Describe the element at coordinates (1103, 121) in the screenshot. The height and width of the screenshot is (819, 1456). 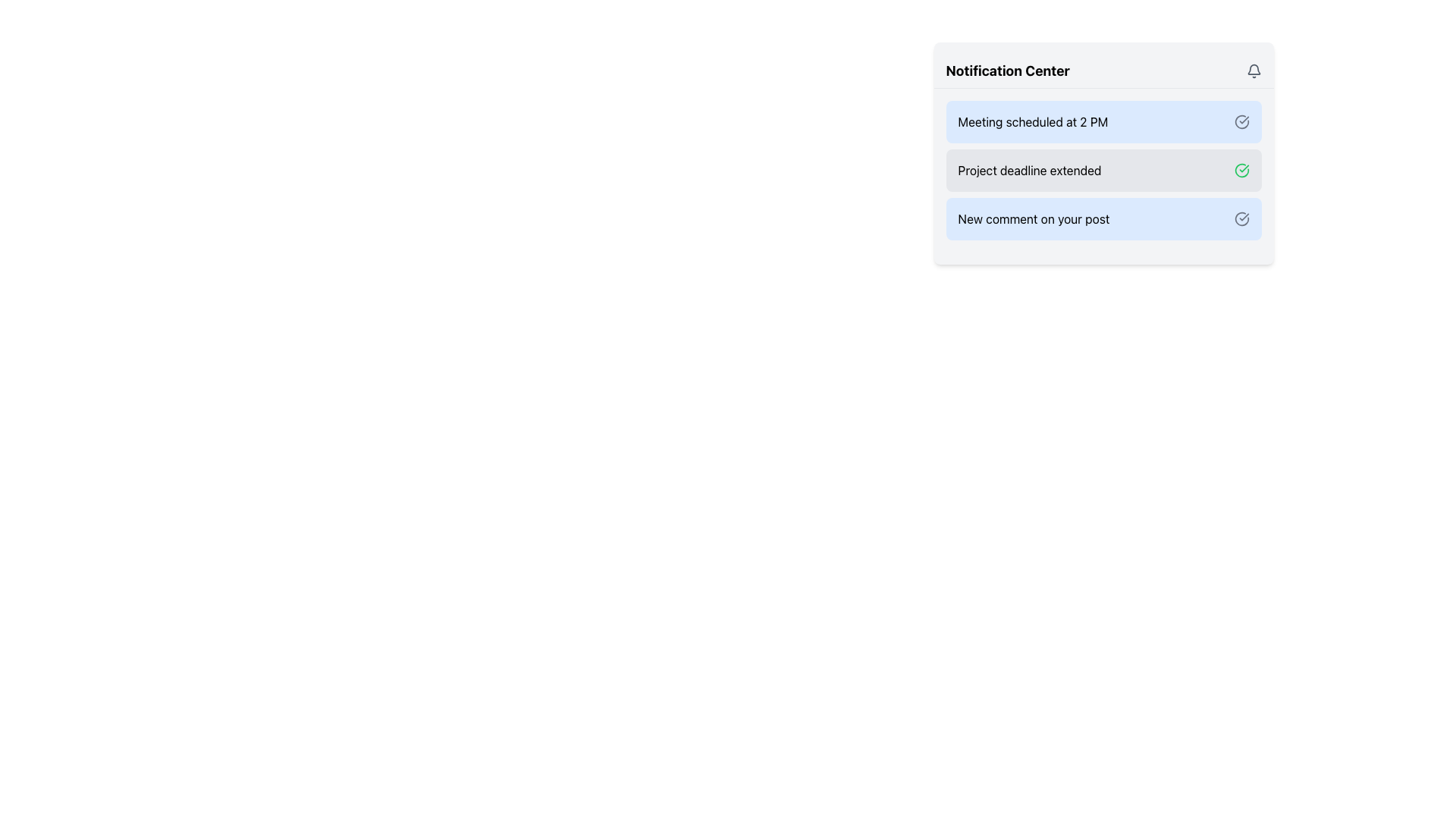
I see `the text 'Meeting scheduled at 2 PM' in the Notification card` at that location.